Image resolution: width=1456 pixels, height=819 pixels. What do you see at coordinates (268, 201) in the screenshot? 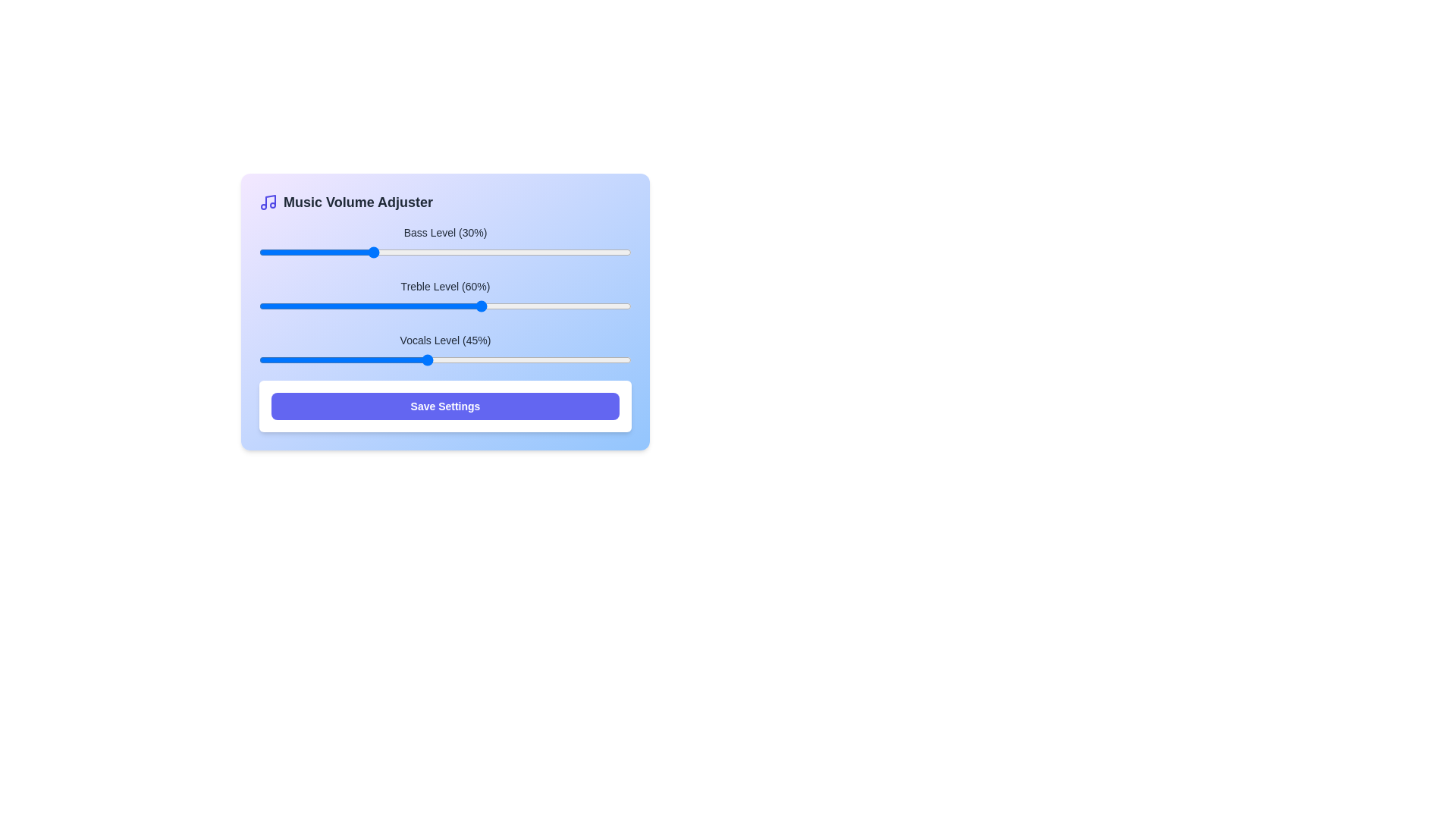
I see `the music volume adjustment icon located to the left of the header 'Music Volume Adjuster'` at bounding box center [268, 201].